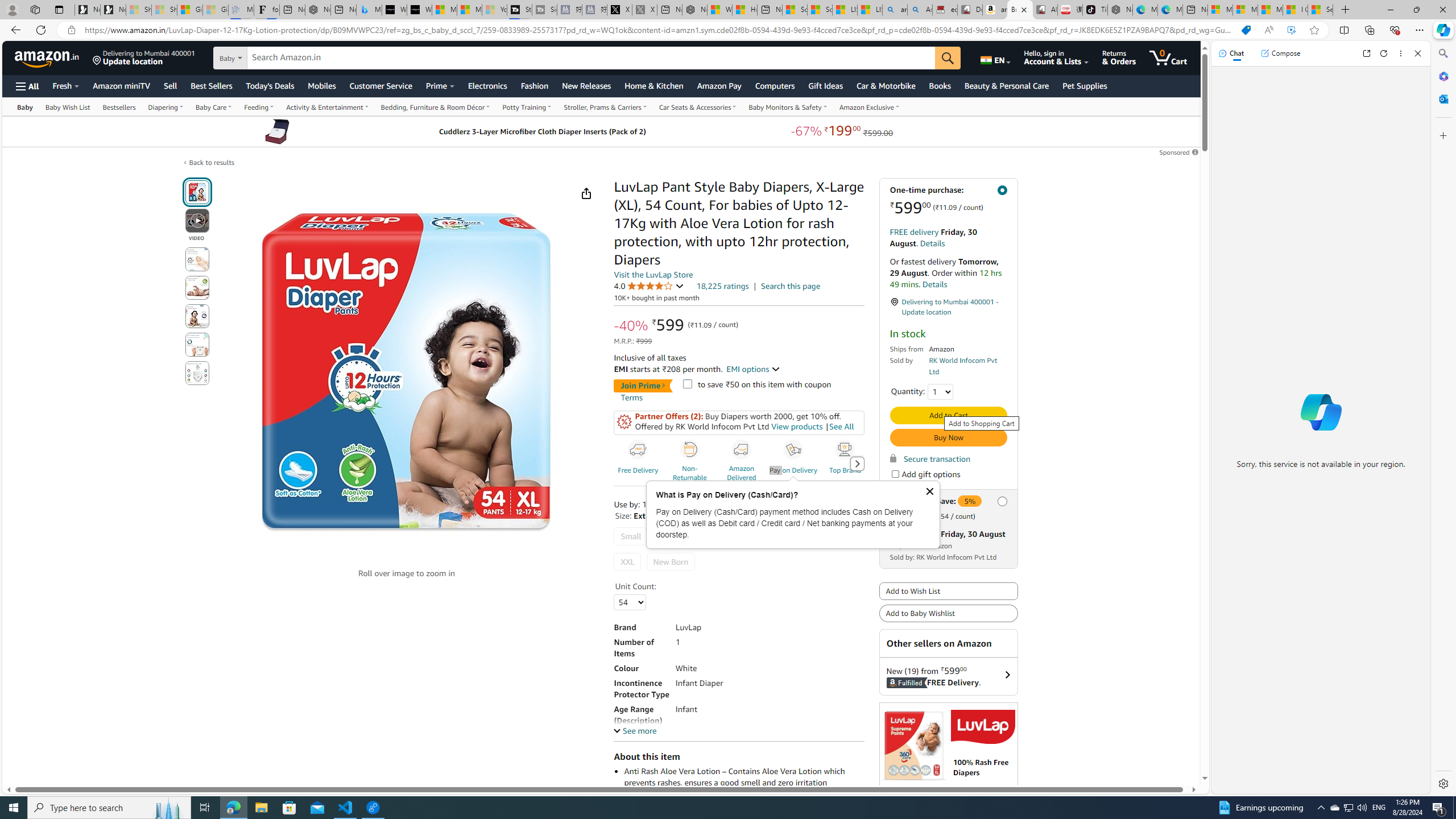 This screenshot has width=1456, height=819. What do you see at coordinates (113, 9) in the screenshot?
I see `'Newsletter Sign Up'` at bounding box center [113, 9].